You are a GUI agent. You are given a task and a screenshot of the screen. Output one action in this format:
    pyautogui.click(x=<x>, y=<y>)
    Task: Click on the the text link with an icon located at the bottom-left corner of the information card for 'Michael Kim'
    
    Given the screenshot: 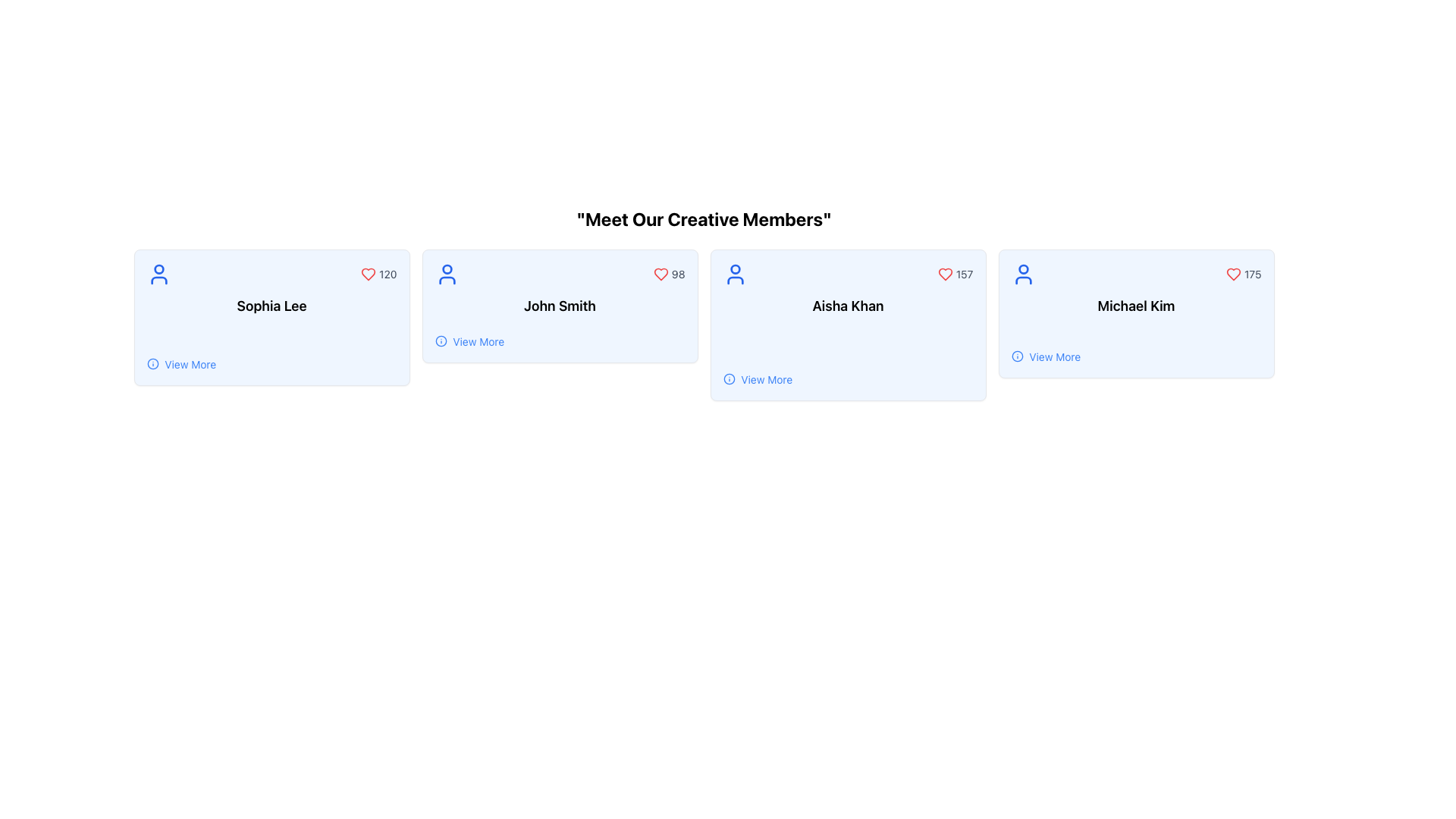 What is the action you would take?
    pyautogui.click(x=1045, y=356)
    